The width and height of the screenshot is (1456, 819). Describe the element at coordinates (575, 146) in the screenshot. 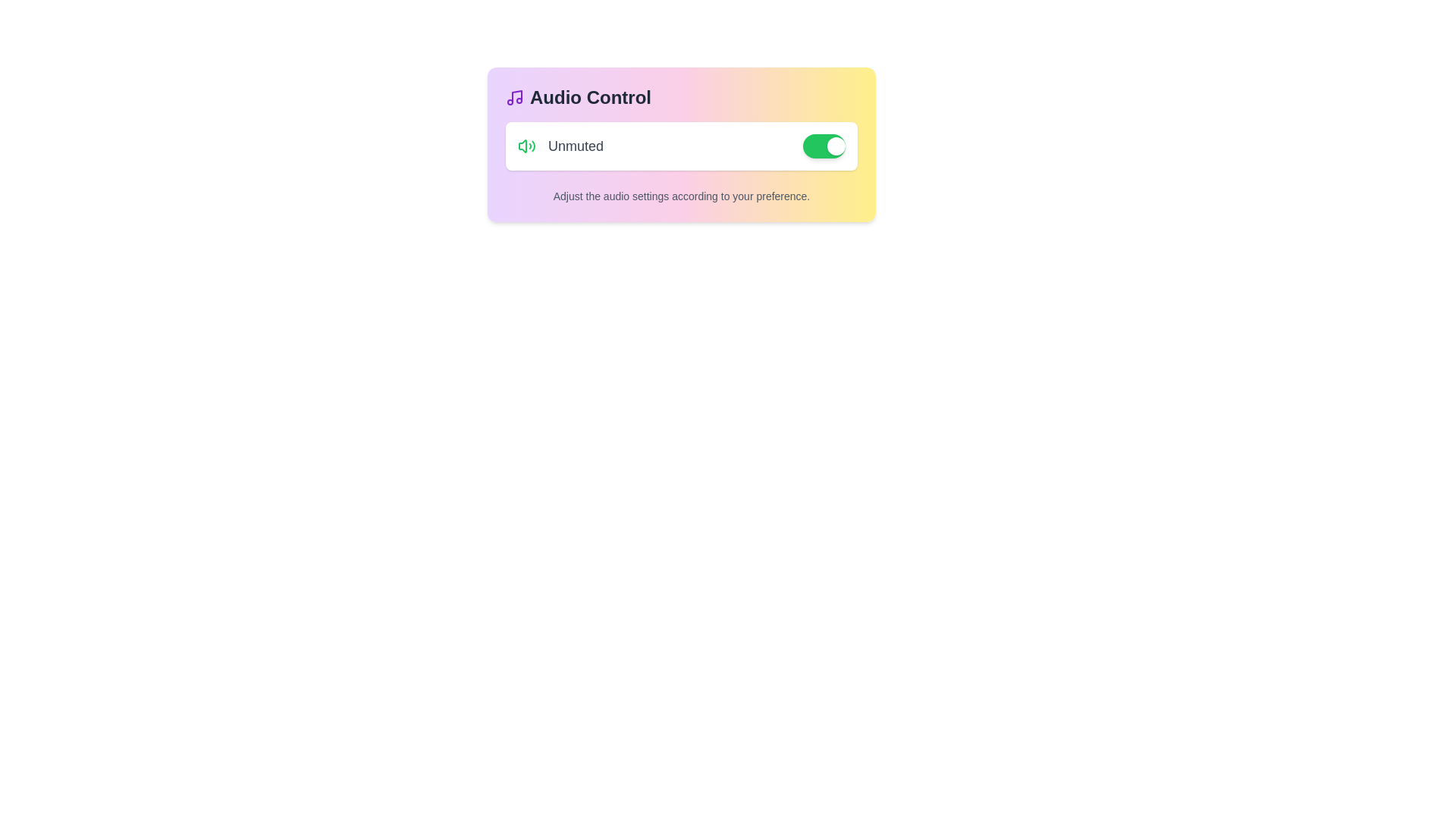

I see `the static text label indicating the current audio state, which displays 'Unmuted.'` at that location.